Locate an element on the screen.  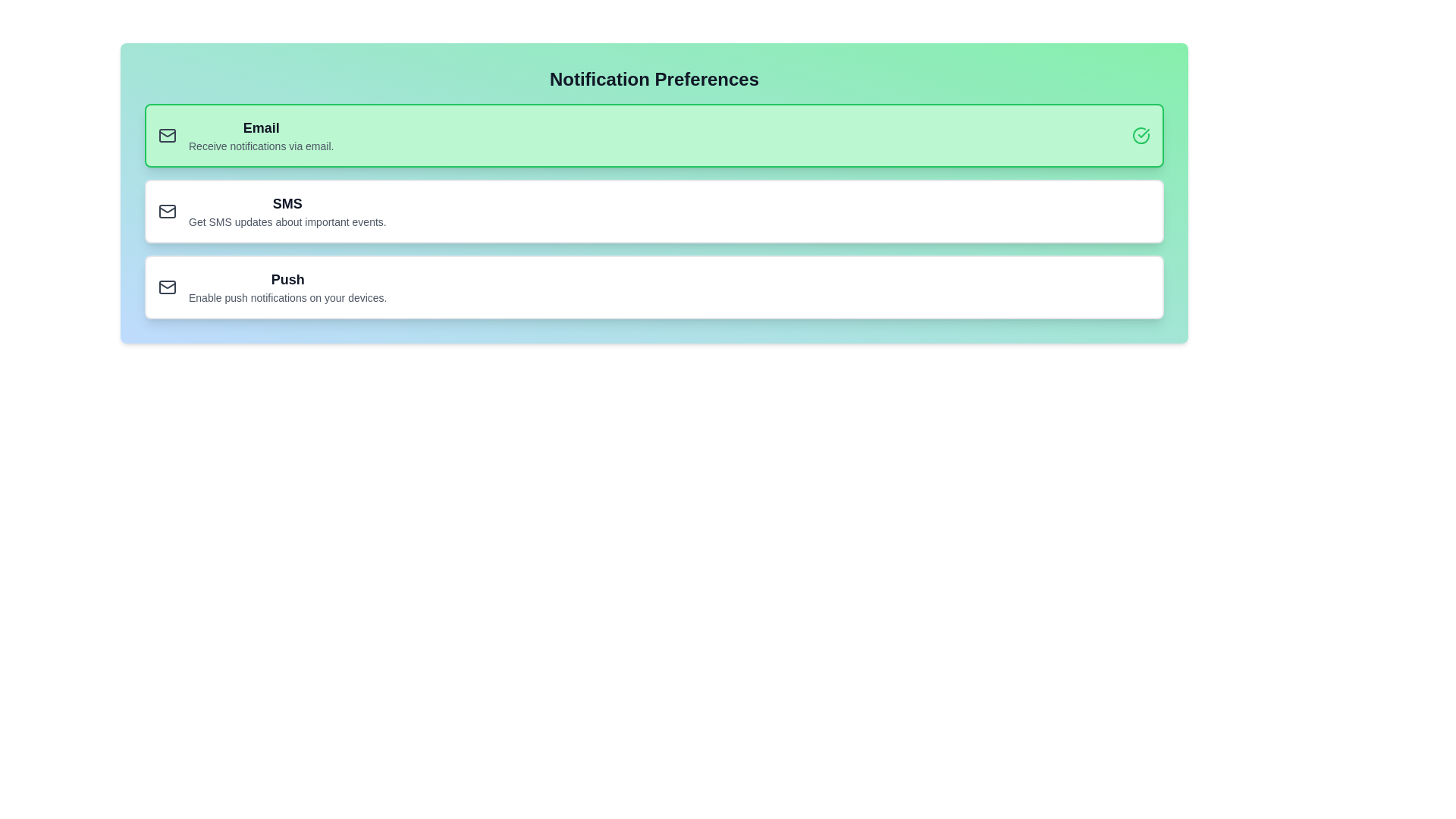
descriptive text element displaying 'Enable push notifications on your devices.' which is located in the third notification preference card titled 'Push.' is located at coordinates (287, 298).